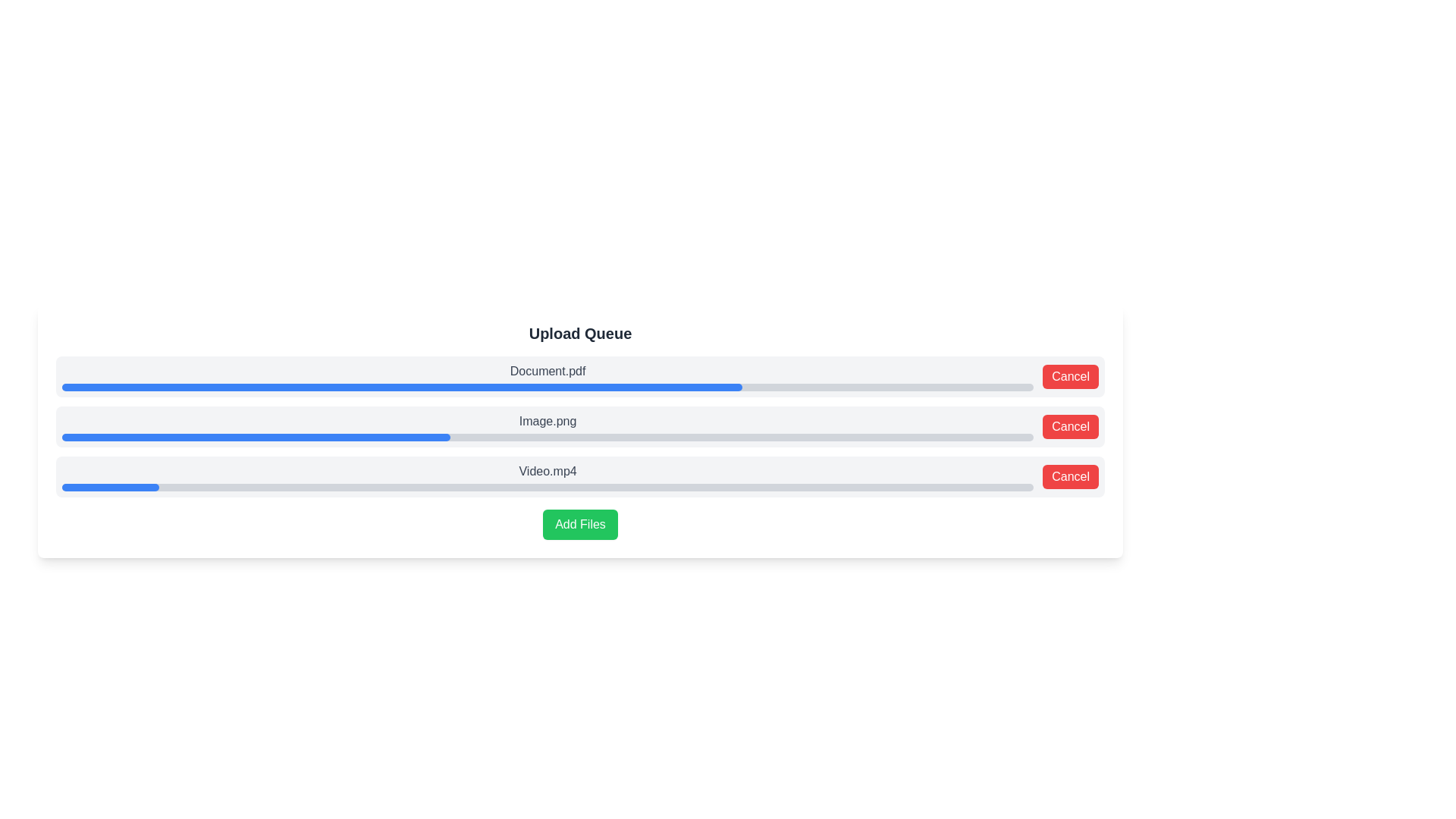 The width and height of the screenshot is (1456, 819). I want to click on the text label that displays the name of an uploaded file, located above the progress bar and to the left of the 'Cancel' button, so click(547, 427).